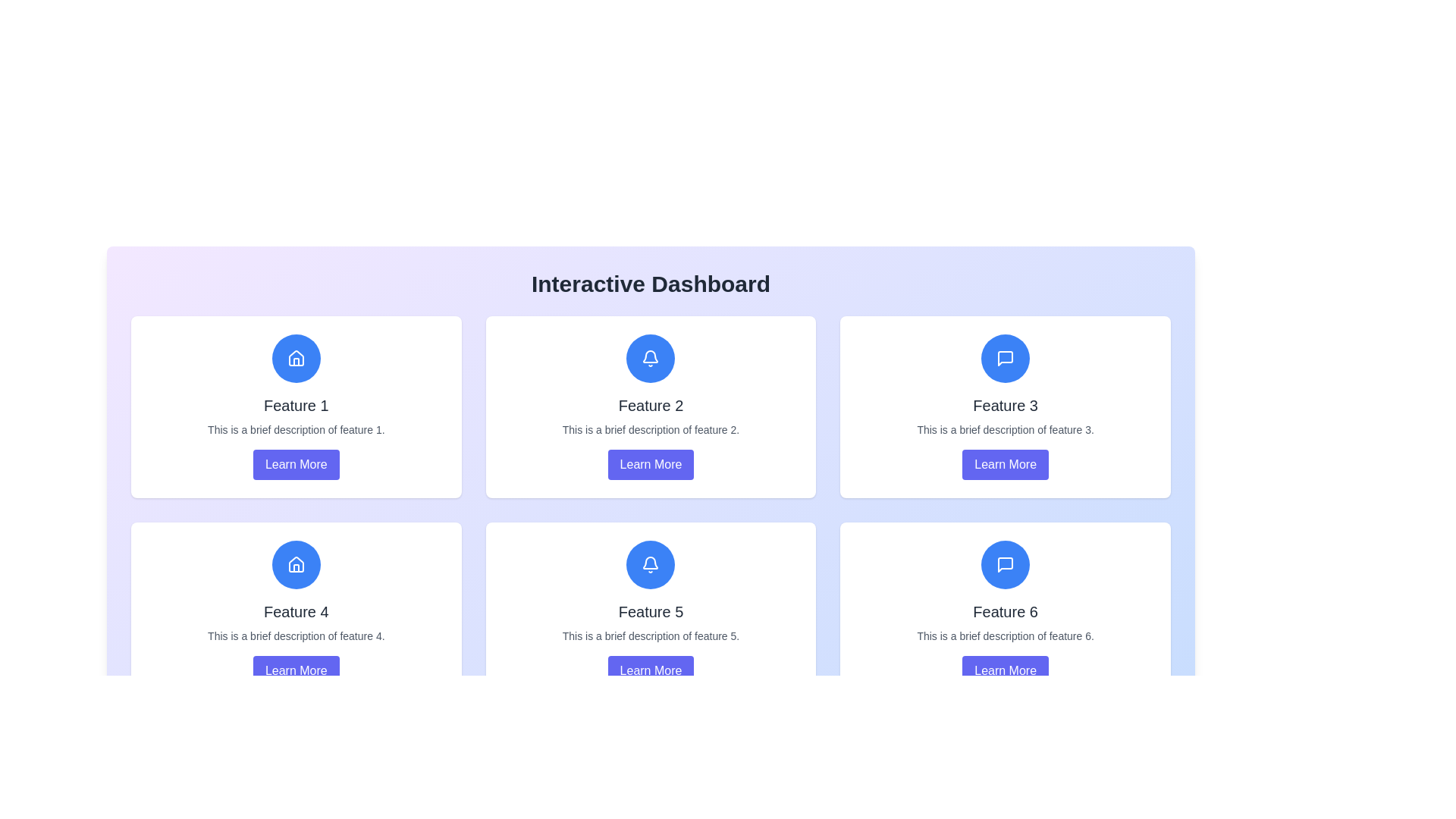 The image size is (1456, 819). I want to click on the 'Feature 4' icon located in the central upper part of the fourth feature card in the interactive dashboard interface, so click(296, 564).